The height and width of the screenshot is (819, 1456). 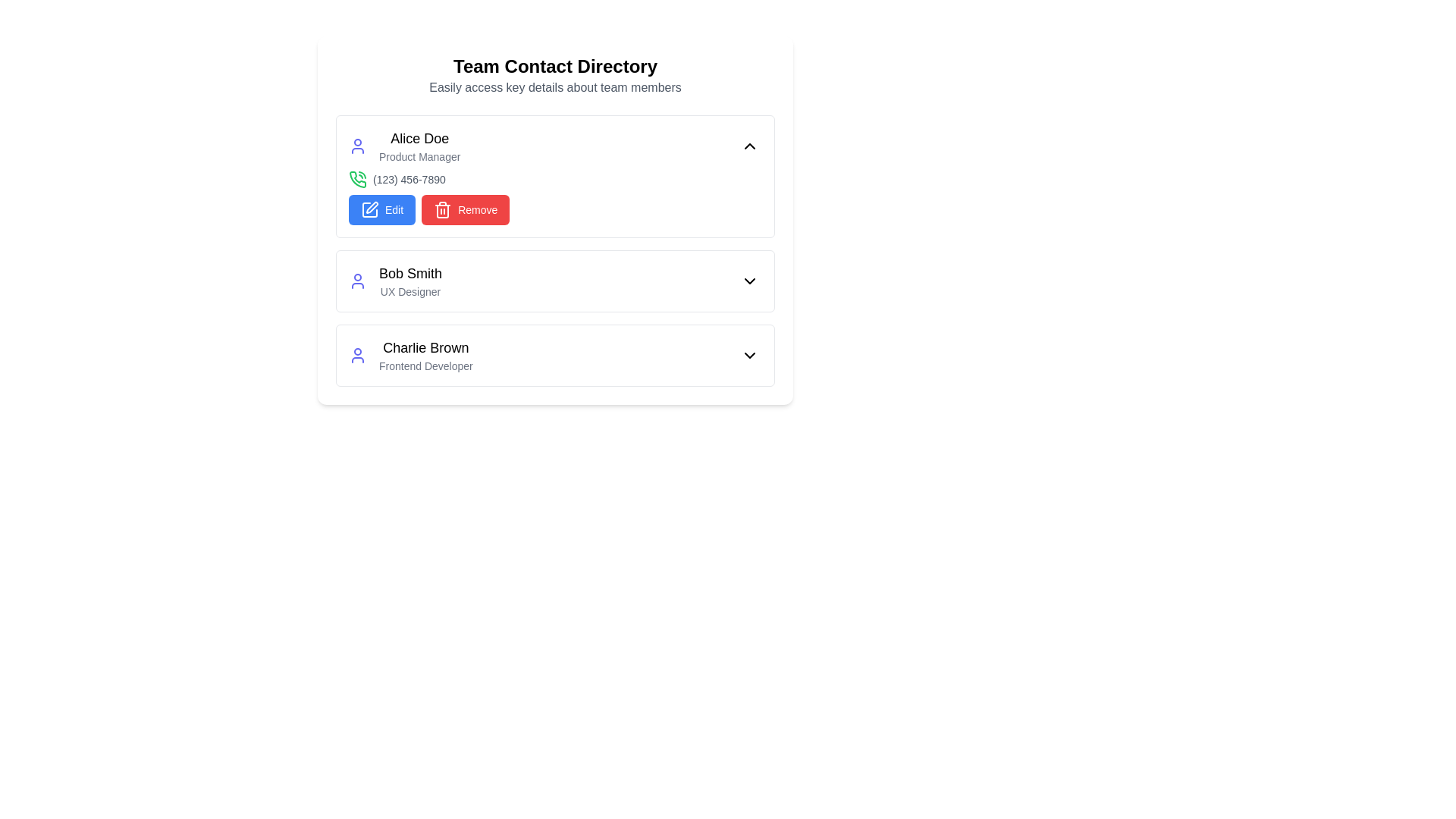 I want to click on the downward-pointing chevron icon button, so click(x=749, y=281).